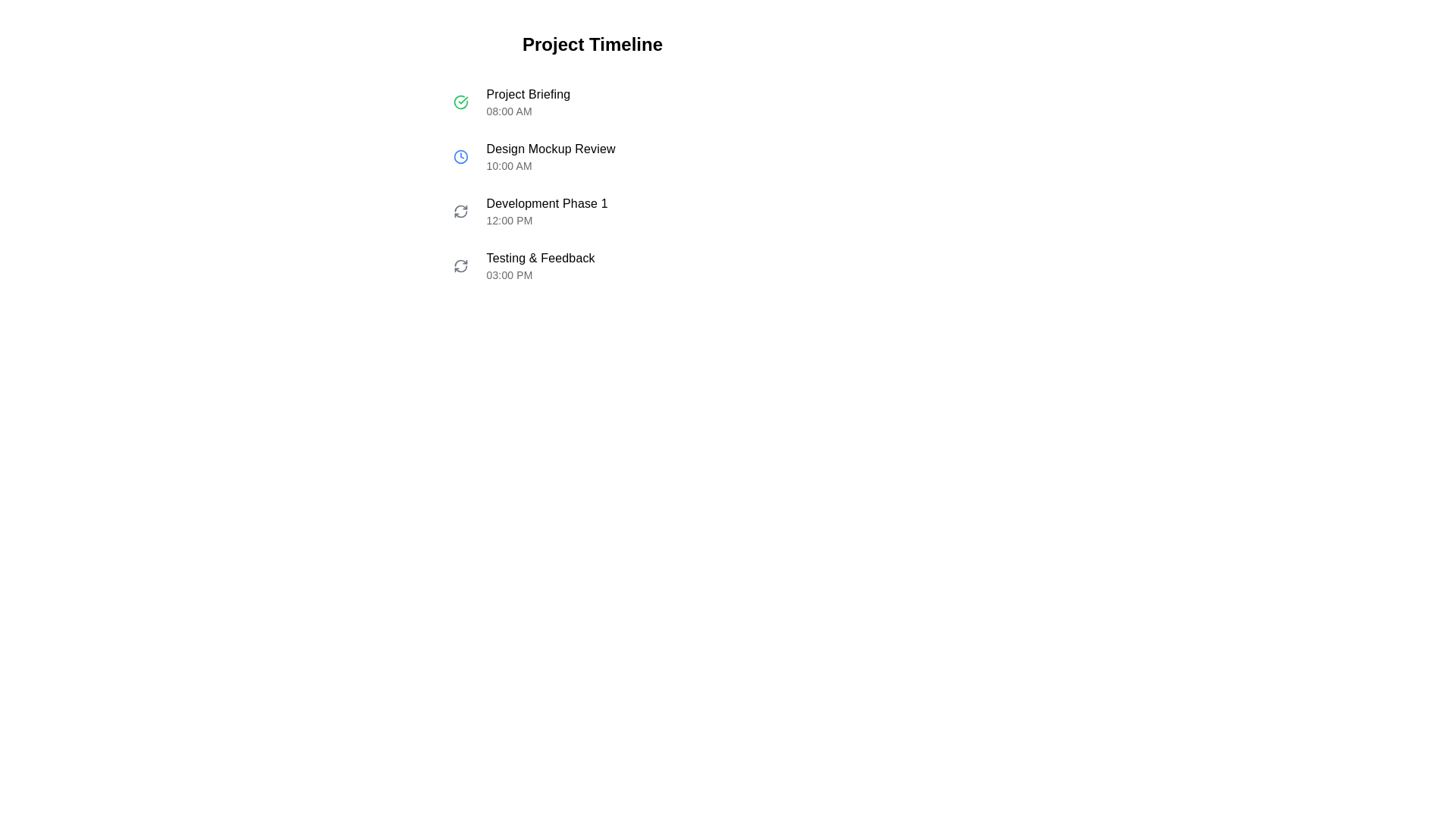 The width and height of the screenshot is (1456, 819). I want to click on the second item in the vertical timeline, which is a text block providing details about a scheduled task or event, to retrieve more information, so click(612, 157).